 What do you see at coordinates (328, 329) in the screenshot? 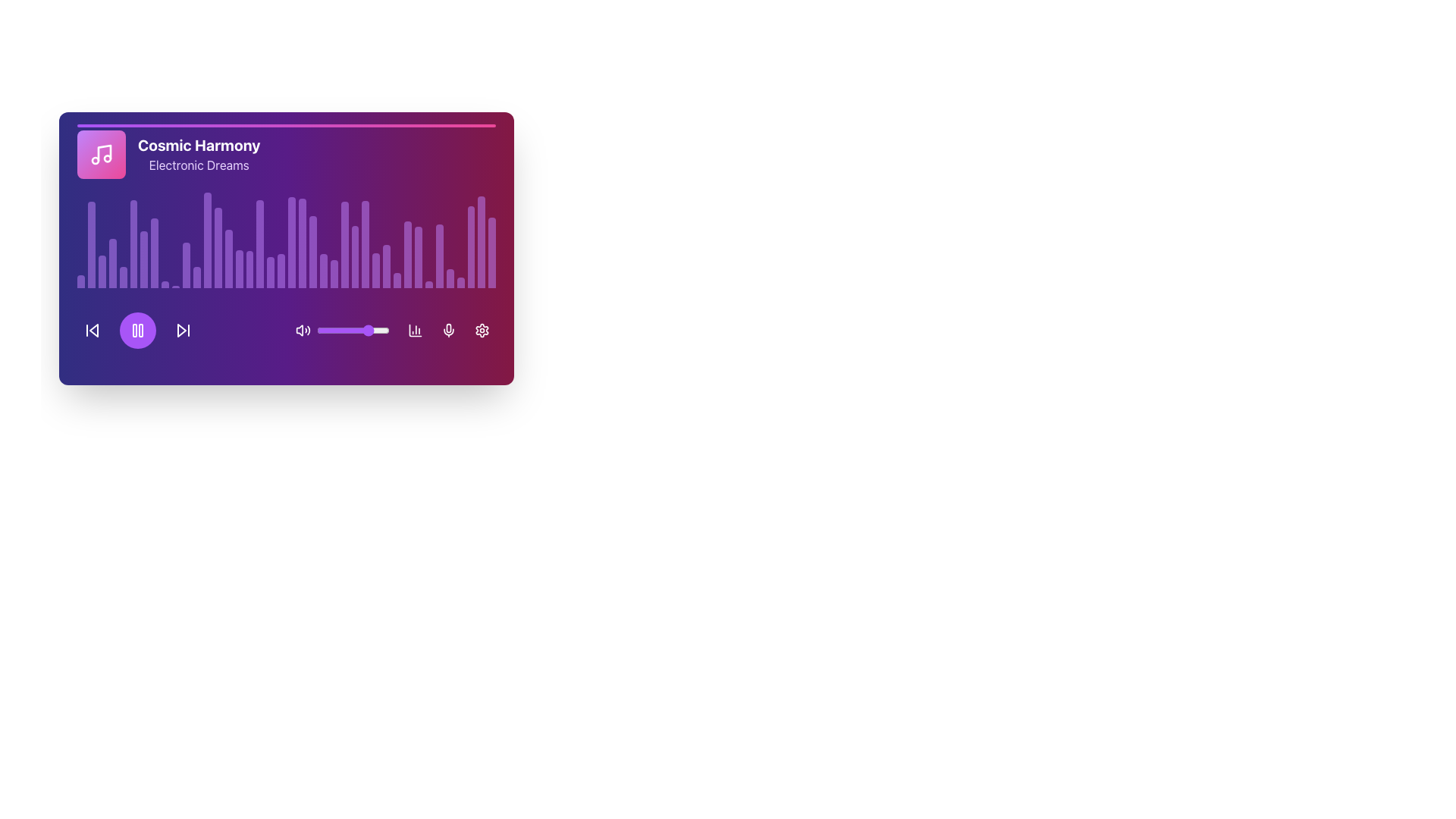
I see `the volume level` at bounding box center [328, 329].